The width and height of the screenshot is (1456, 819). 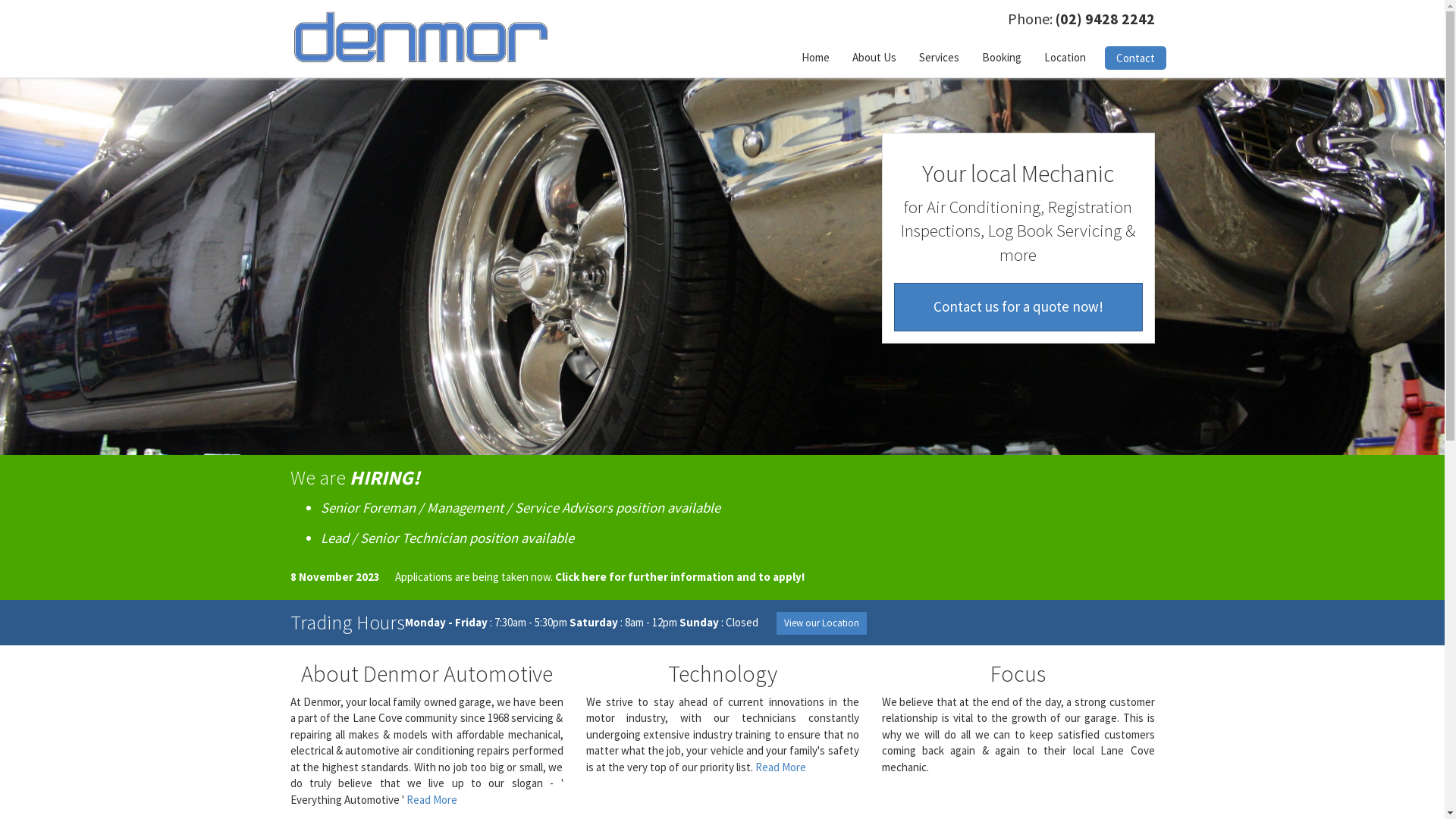 I want to click on 'Technology', so click(x=667, y=672).